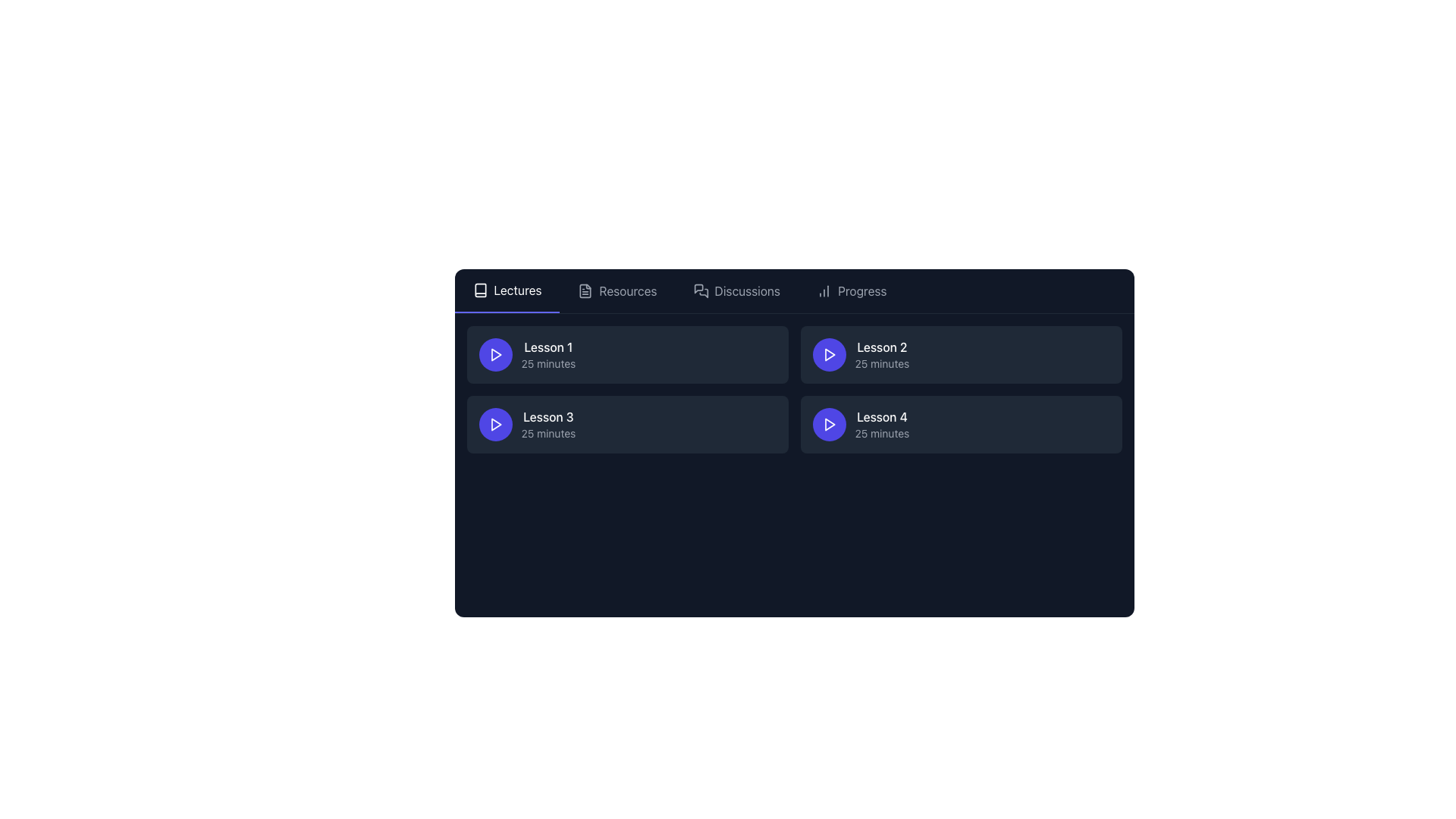 This screenshot has width=1456, height=819. I want to click on the text label displaying '25 minutes', which is located below the 'Lesson 3' title in a smaller gray font within the lesson block, so click(548, 433).